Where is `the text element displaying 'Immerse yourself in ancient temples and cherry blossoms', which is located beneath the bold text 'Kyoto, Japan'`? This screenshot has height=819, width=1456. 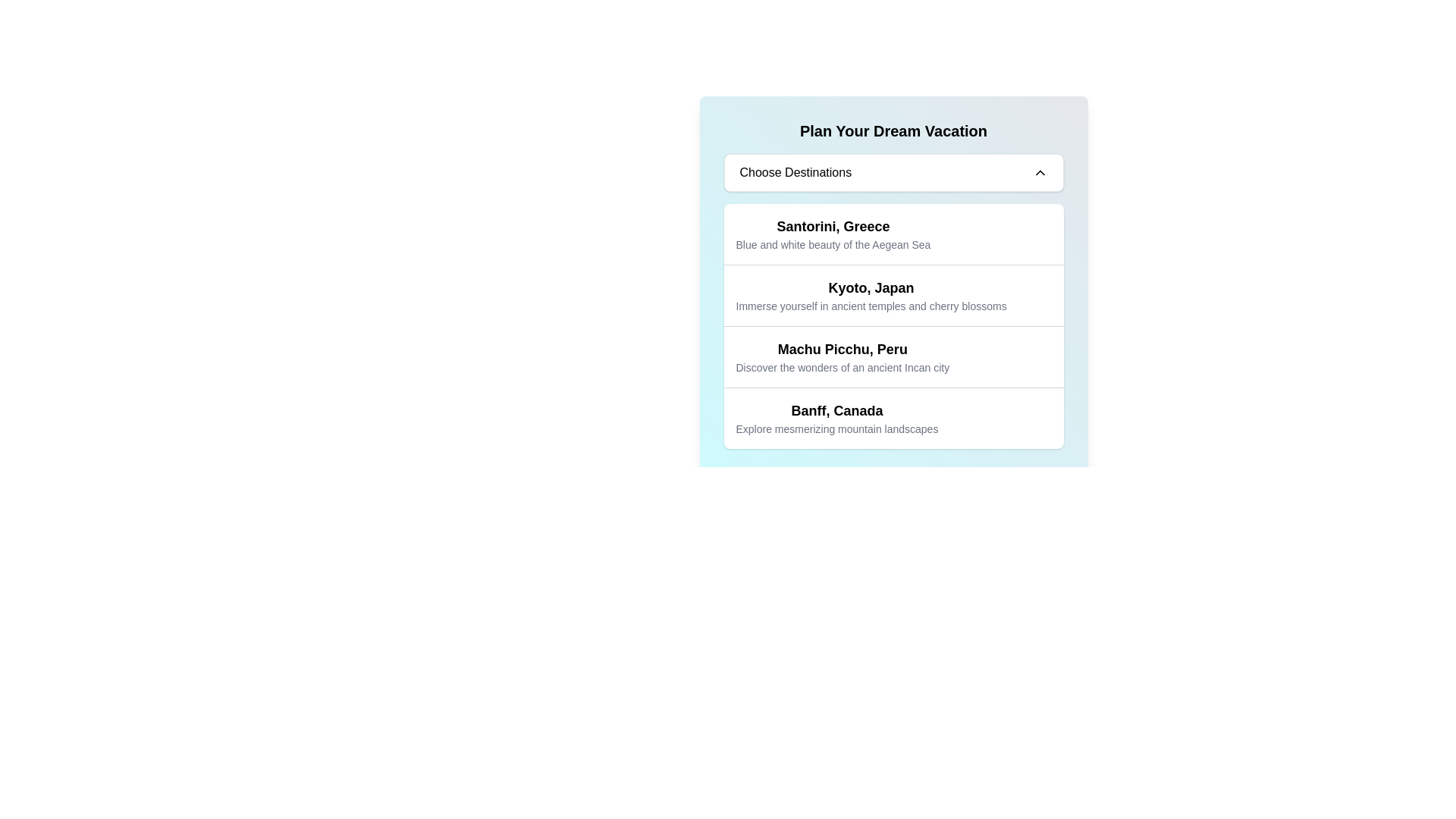
the text element displaying 'Immerse yourself in ancient temples and cherry blossoms', which is located beneath the bold text 'Kyoto, Japan' is located at coordinates (871, 306).